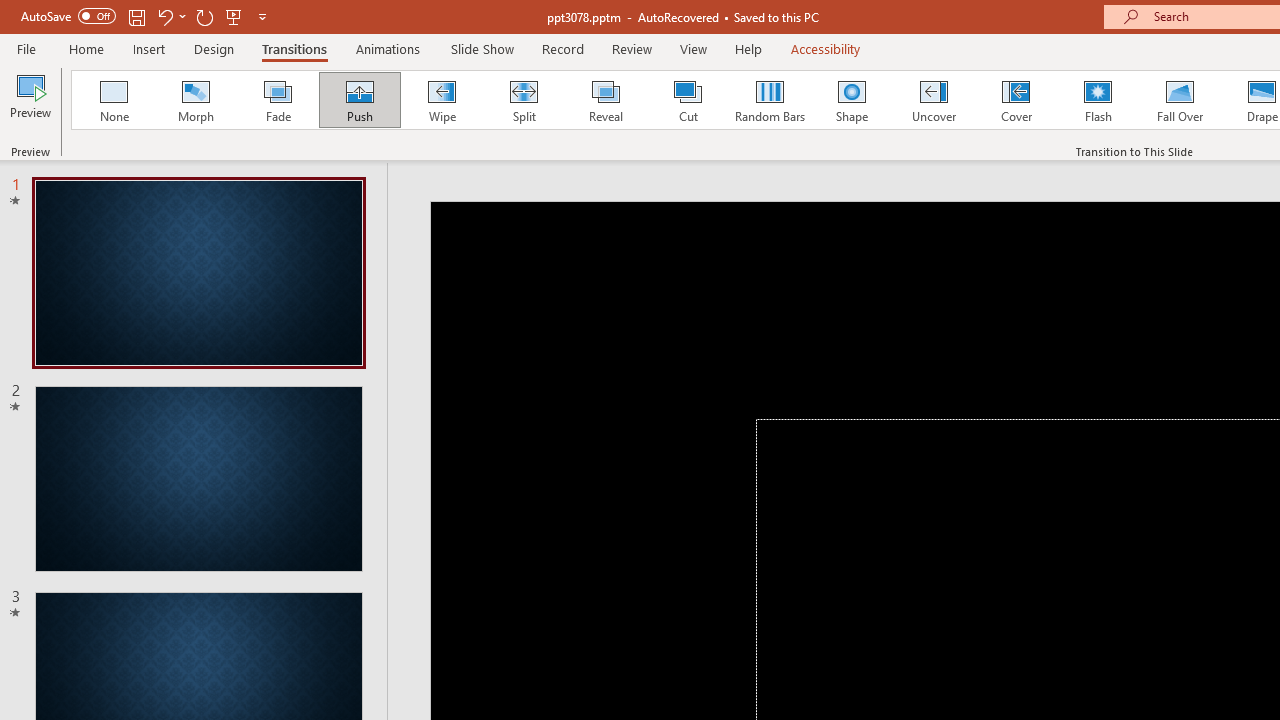 The height and width of the screenshot is (720, 1280). I want to click on 'Wipe', so click(440, 100).